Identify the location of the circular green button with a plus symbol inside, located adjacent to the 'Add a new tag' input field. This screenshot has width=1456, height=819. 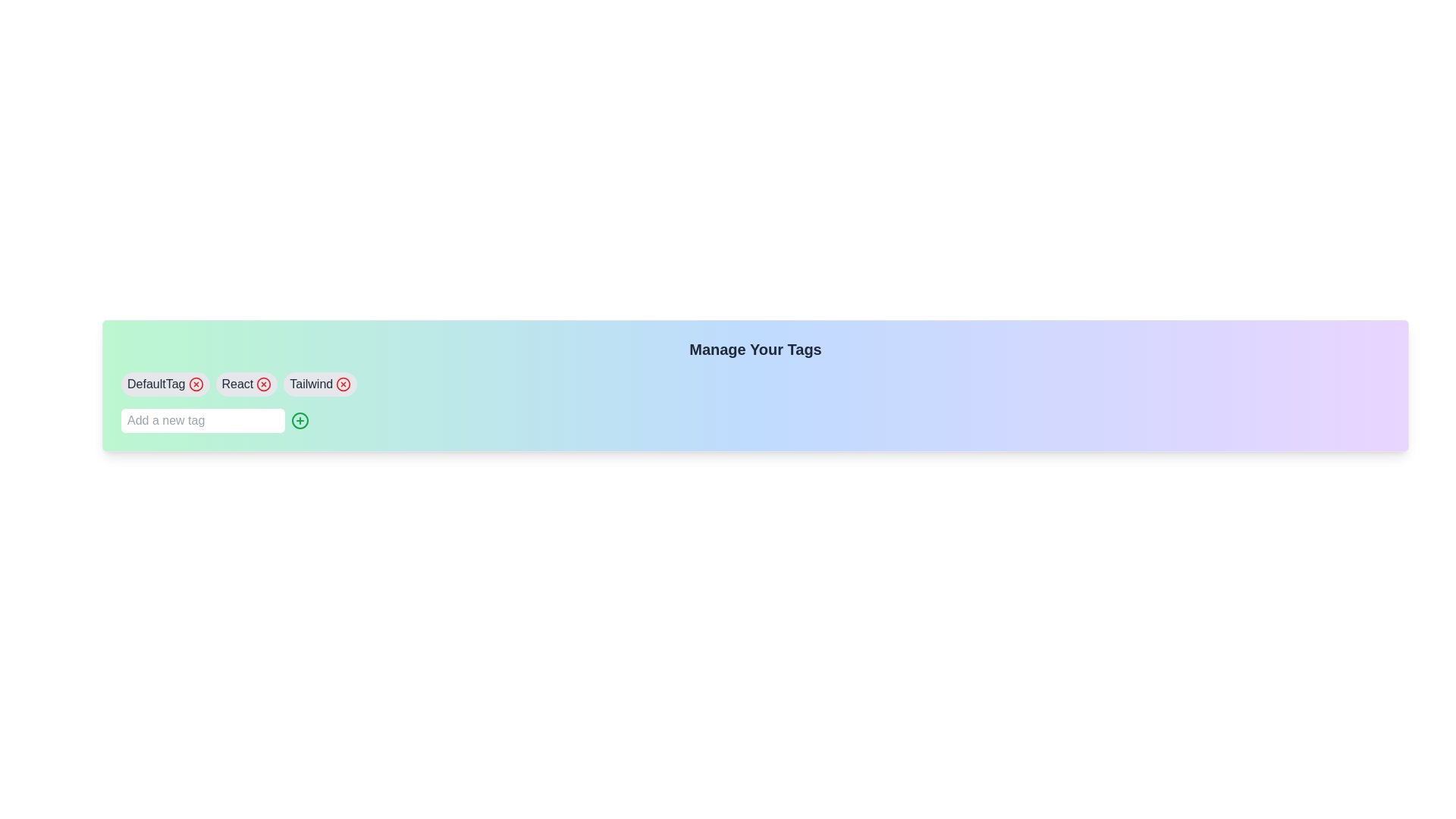
(300, 421).